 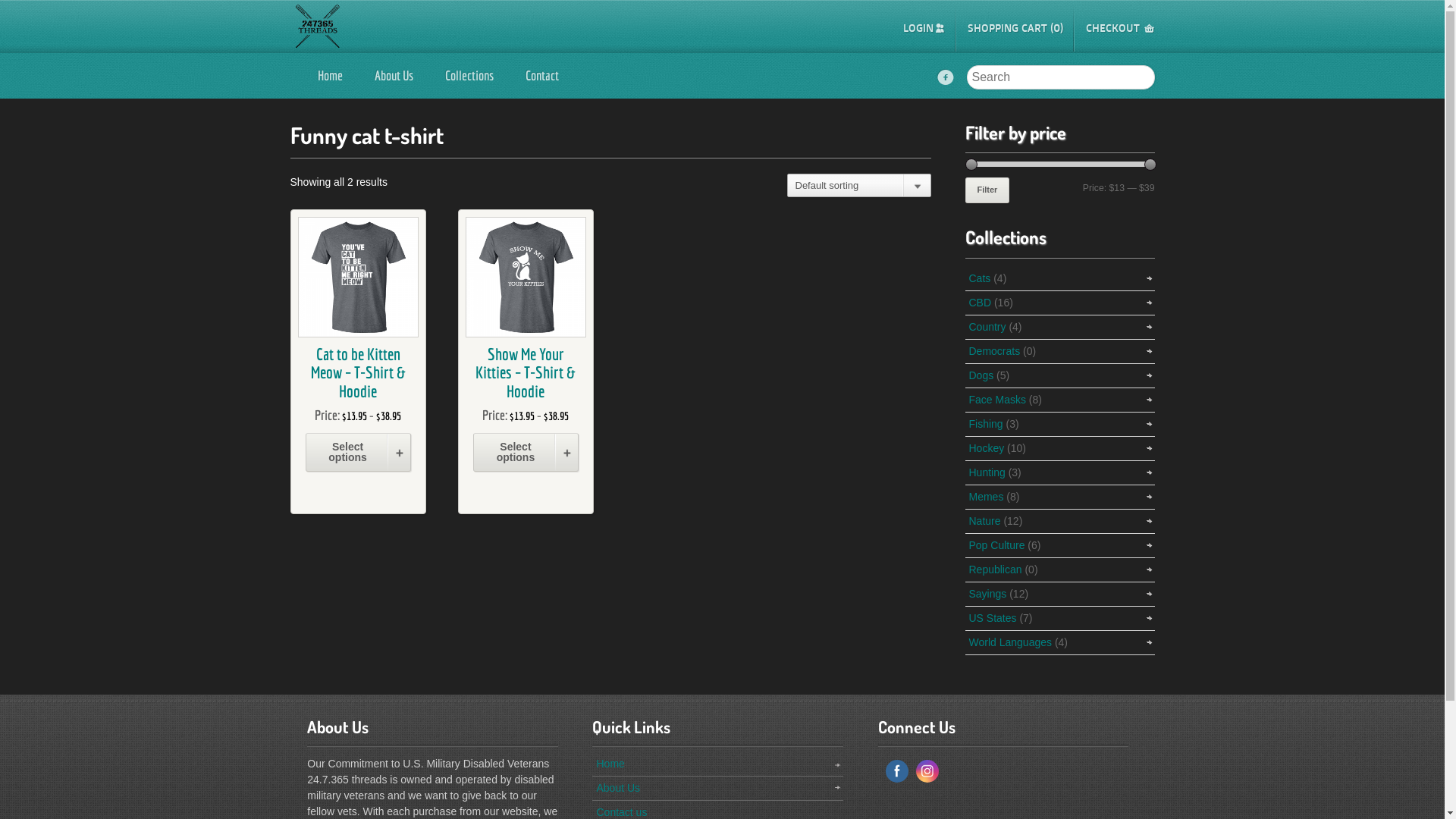 I want to click on 'US States', so click(x=968, y=617).